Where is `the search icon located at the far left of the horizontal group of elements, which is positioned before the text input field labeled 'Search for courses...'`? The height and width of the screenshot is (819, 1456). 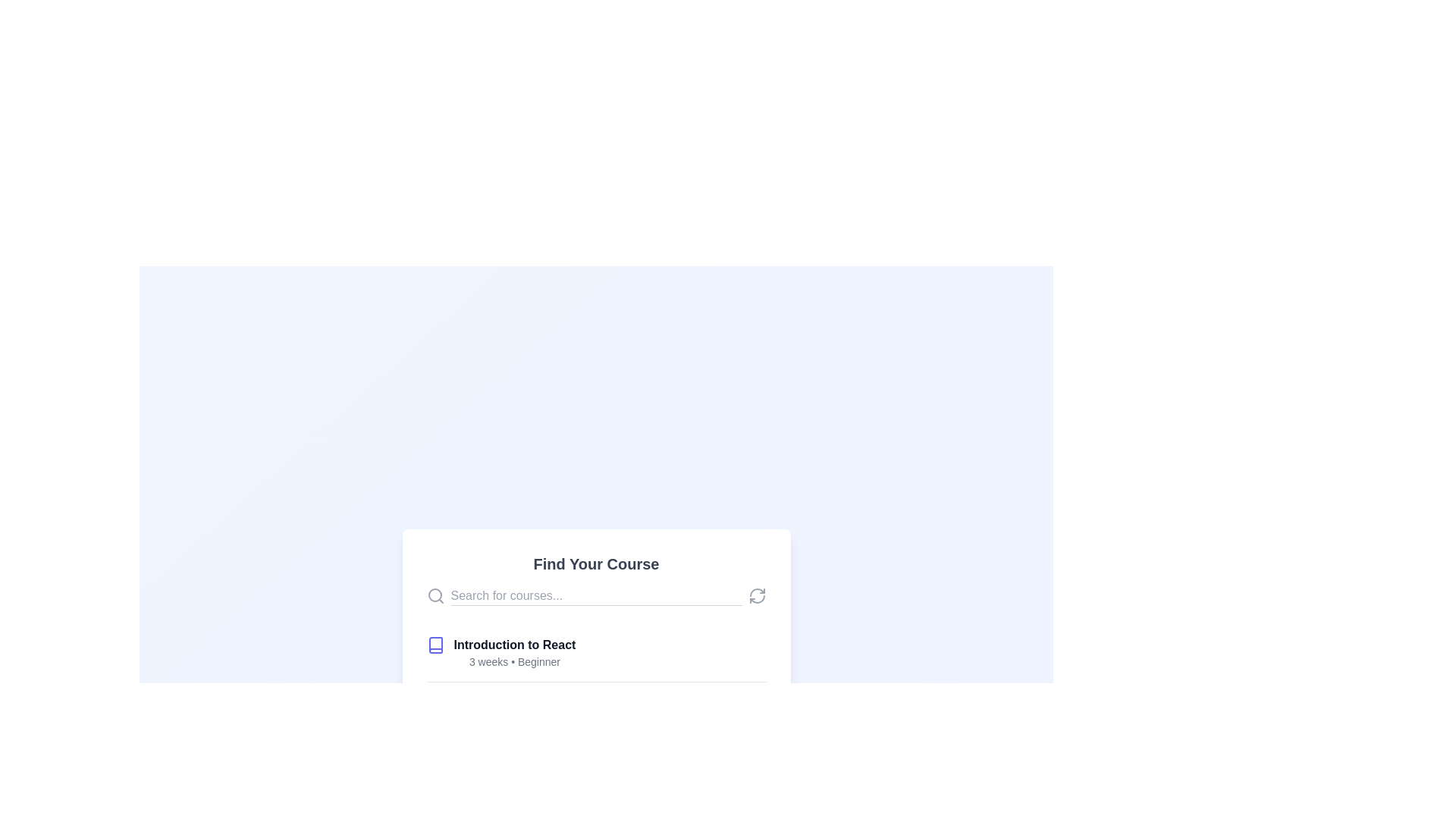
the search icon located at the far left of the horizontal group of elements, which is positioned before the text input field labeled 'Search for courses...' is located at coordinates (435, 595).